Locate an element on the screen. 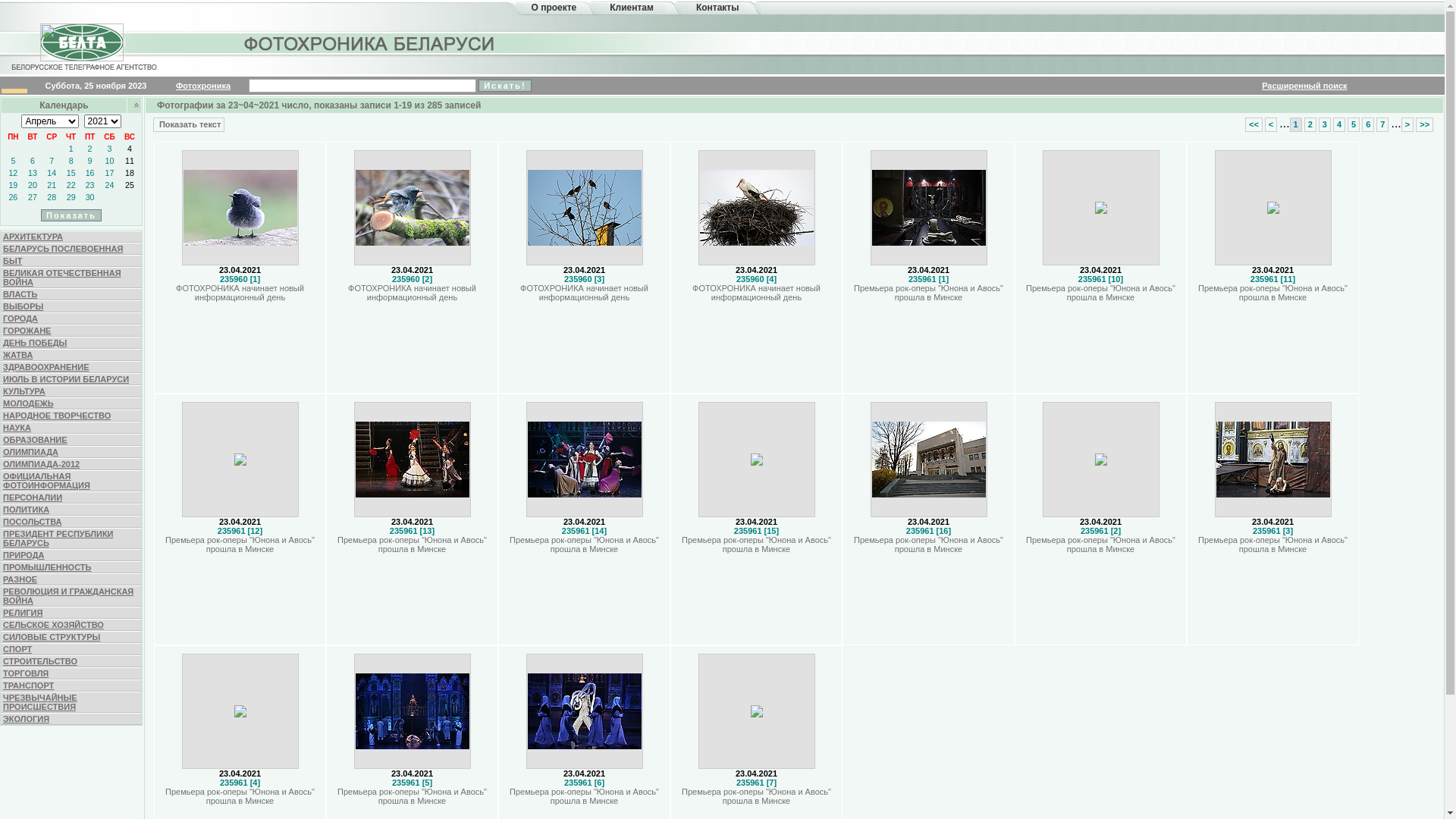 The height and width of the screenshot is (819, 1456). '>' is located at coordinates (1407, 123).